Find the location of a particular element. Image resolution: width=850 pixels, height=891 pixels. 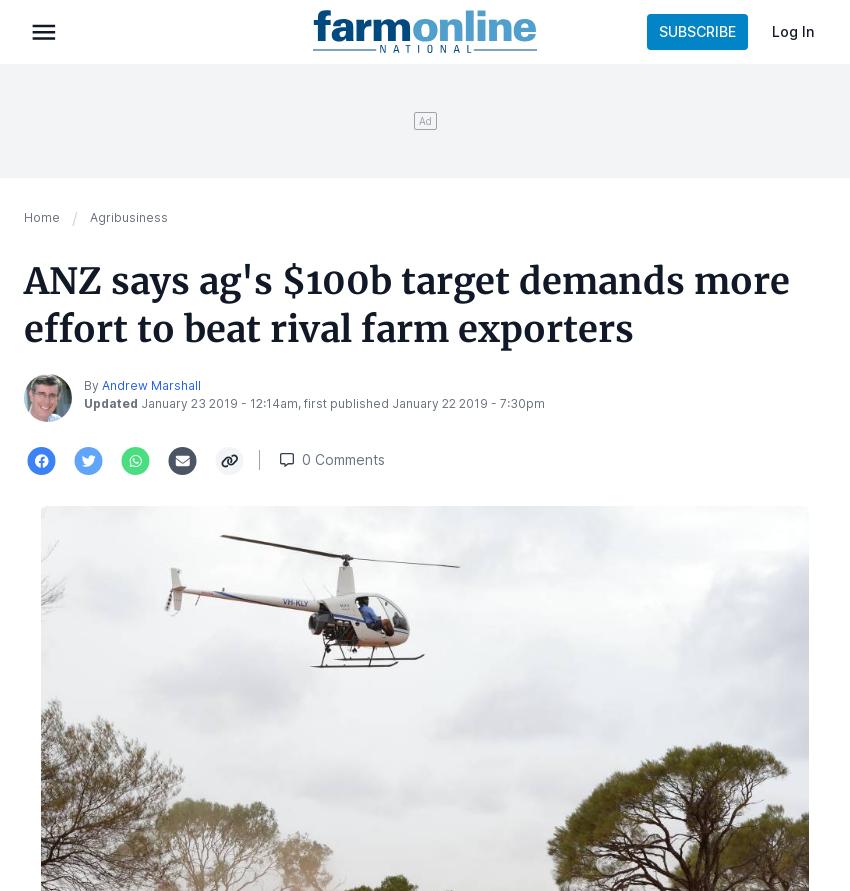

's' is located at coordinates (380, 458).